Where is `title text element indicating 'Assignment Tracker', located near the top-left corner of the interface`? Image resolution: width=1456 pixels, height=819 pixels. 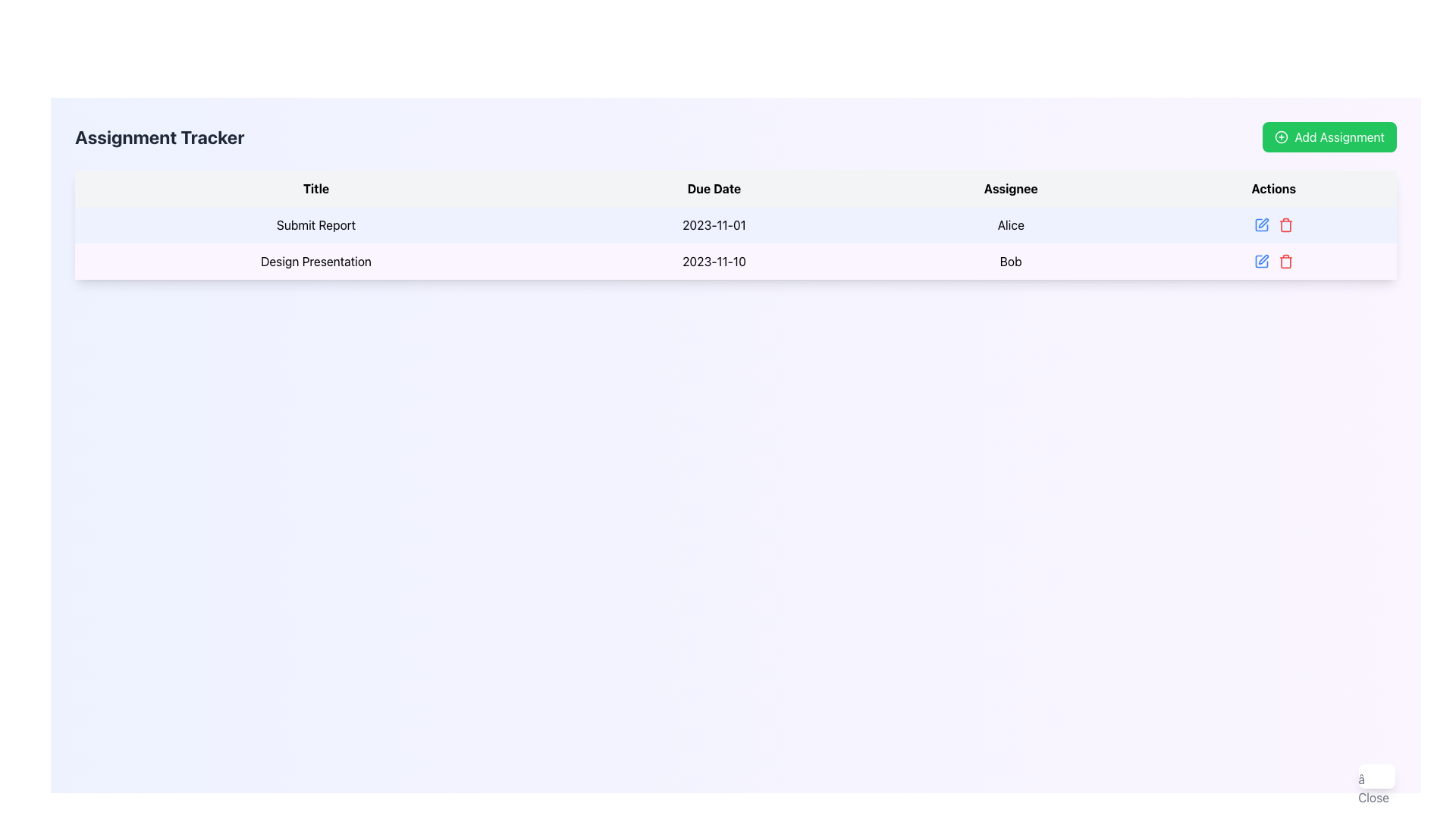 title text element indicating 'Assignment Tracker', located near the top-left corner of the interface is located at coordinates (159, 137).